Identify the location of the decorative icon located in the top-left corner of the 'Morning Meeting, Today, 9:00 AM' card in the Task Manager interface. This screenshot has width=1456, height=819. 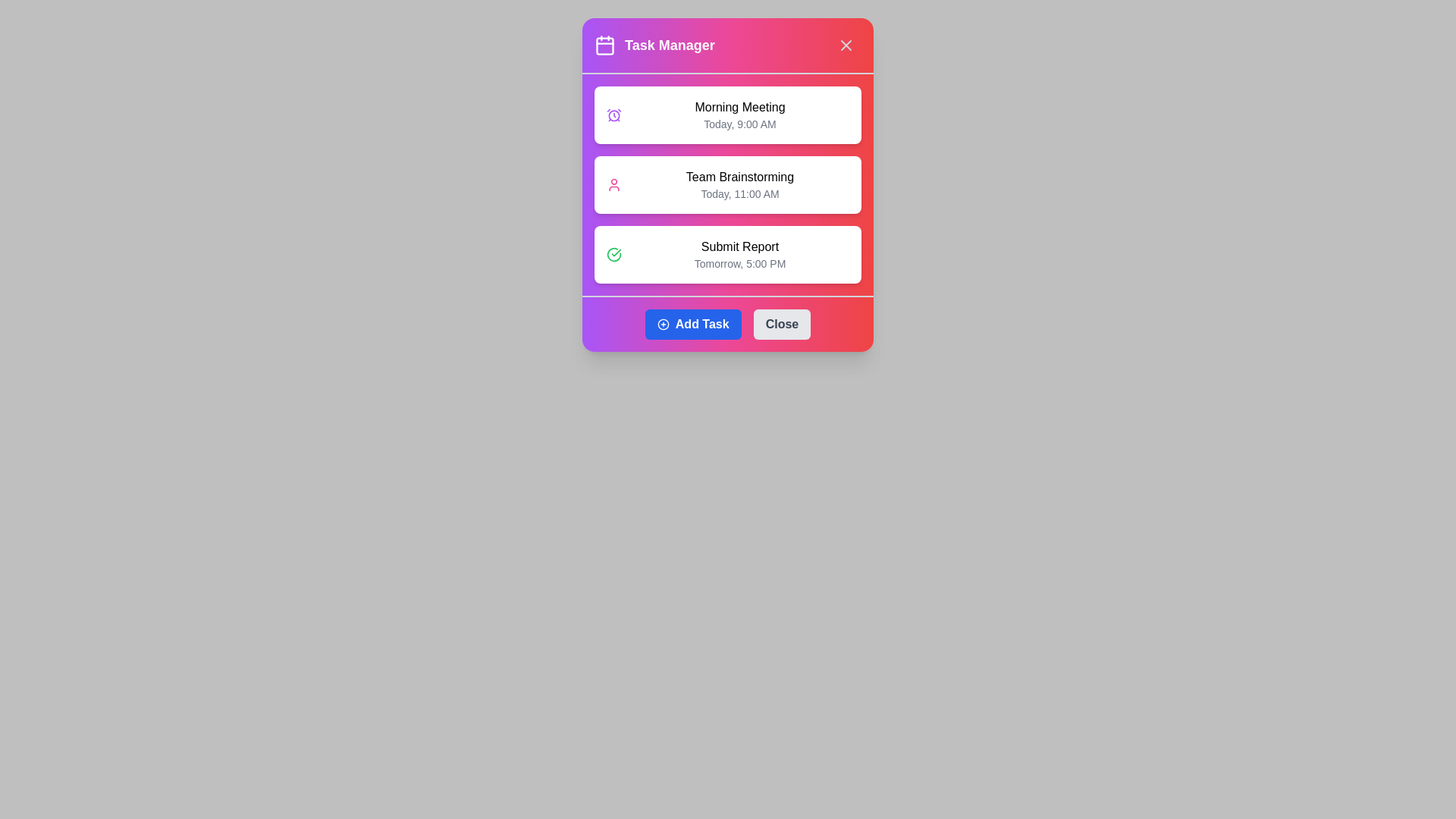
(614, 114).